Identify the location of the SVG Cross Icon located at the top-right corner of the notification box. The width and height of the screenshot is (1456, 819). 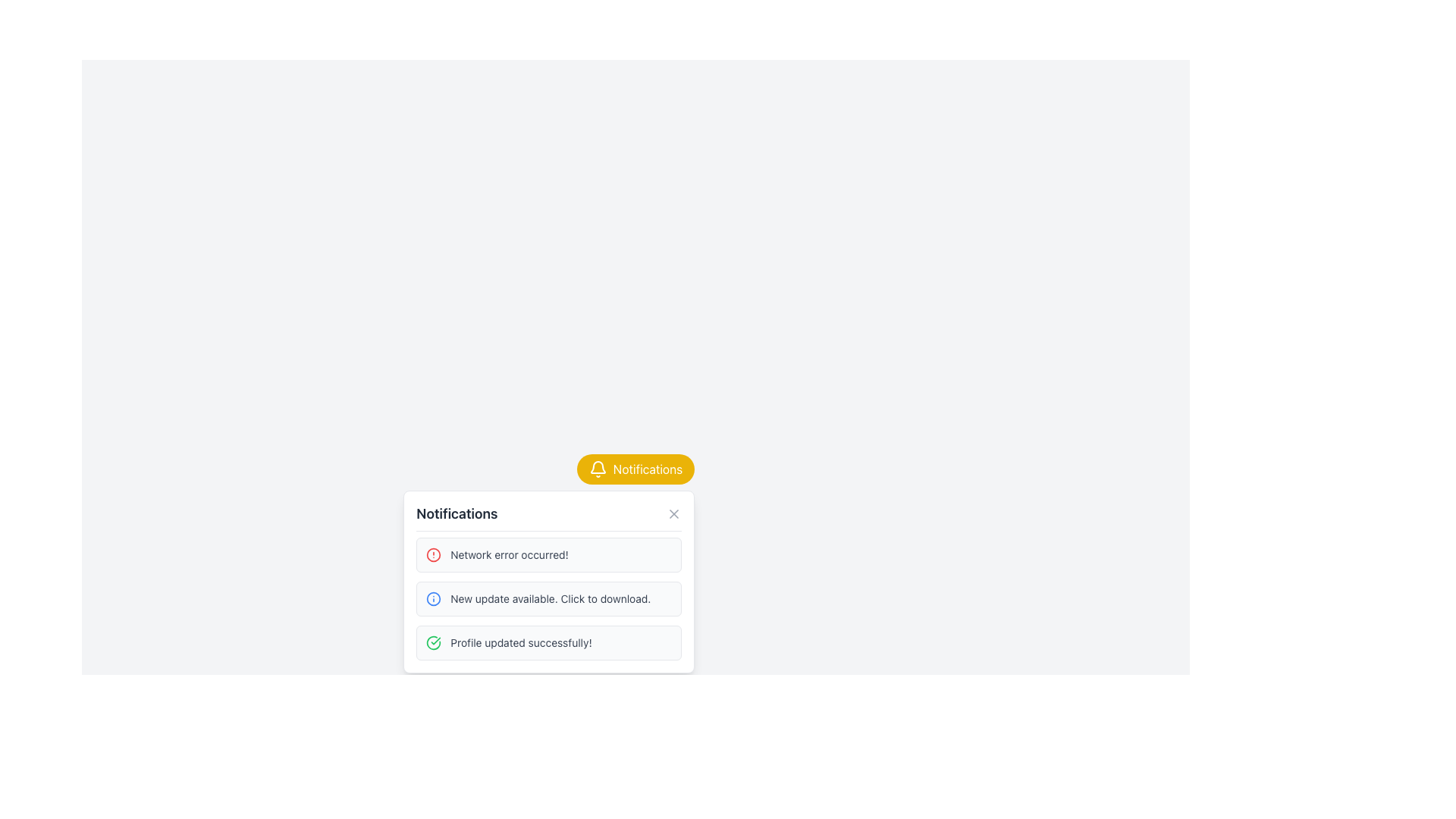
(673, 513).